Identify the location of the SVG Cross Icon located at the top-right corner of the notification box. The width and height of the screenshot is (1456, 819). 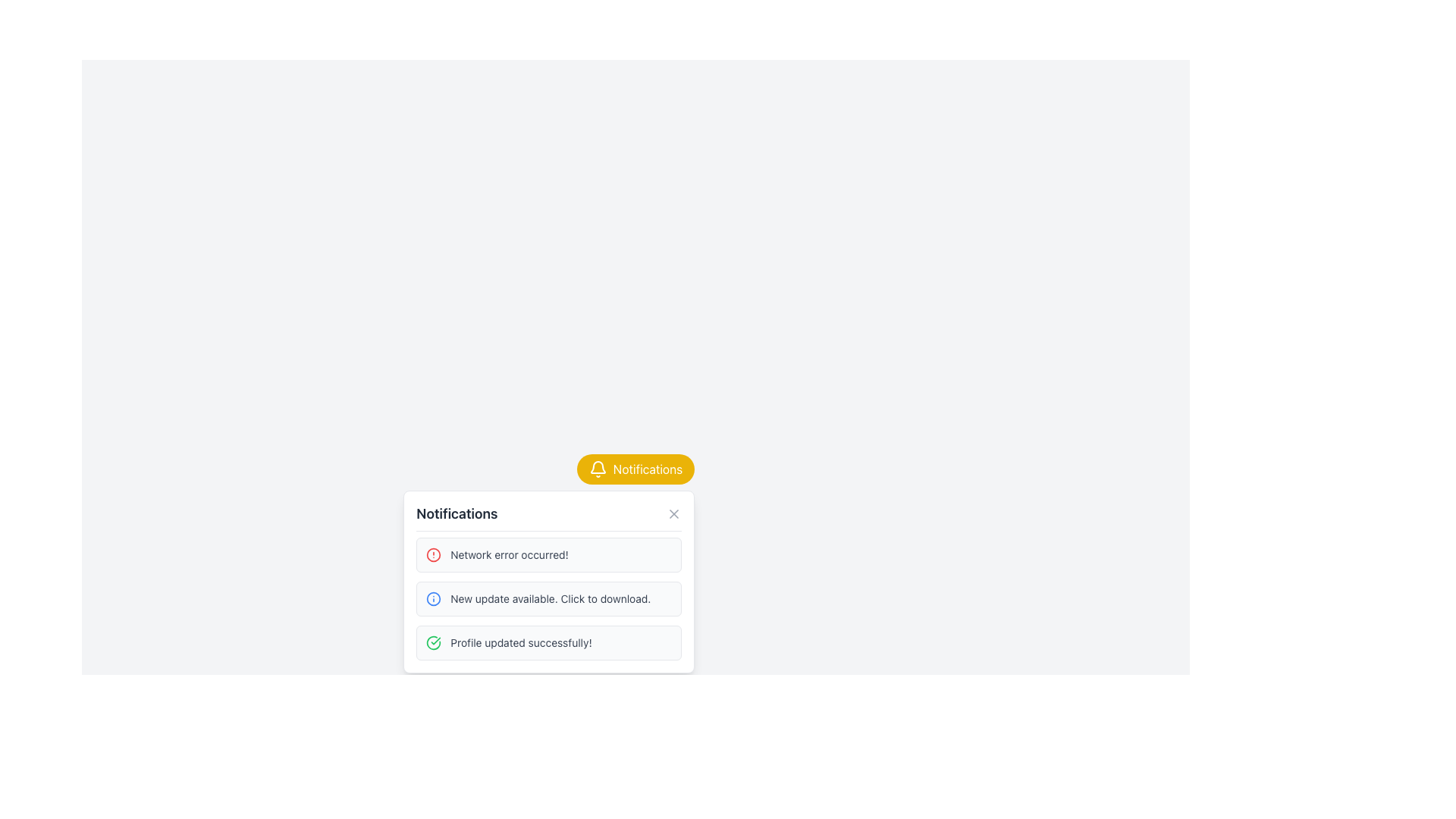
(673, 513).